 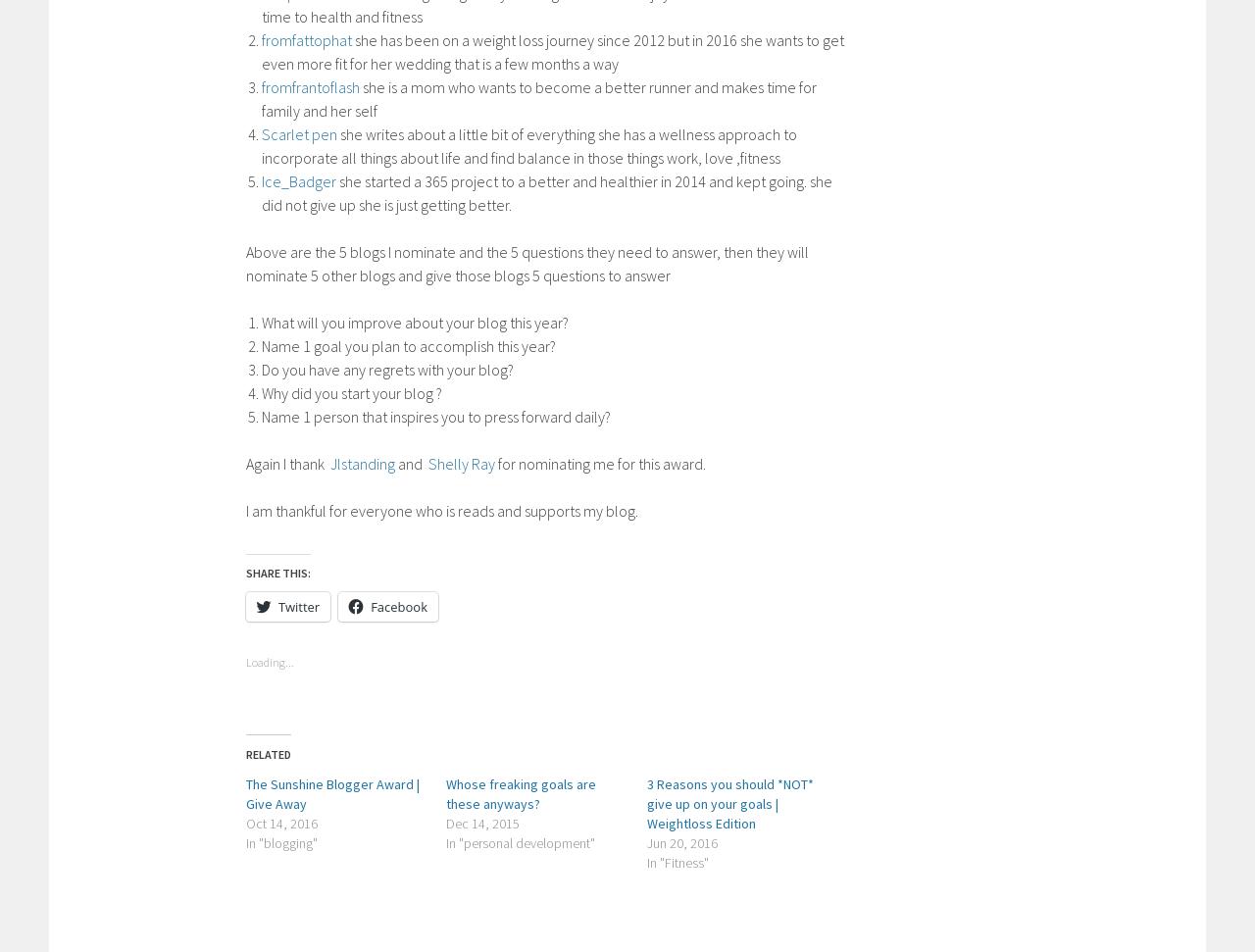 What do you see at coordinates (261, 390) in the screenshot?
I see `'Why did you start your blog ?'` at bounding box center [261, 390].